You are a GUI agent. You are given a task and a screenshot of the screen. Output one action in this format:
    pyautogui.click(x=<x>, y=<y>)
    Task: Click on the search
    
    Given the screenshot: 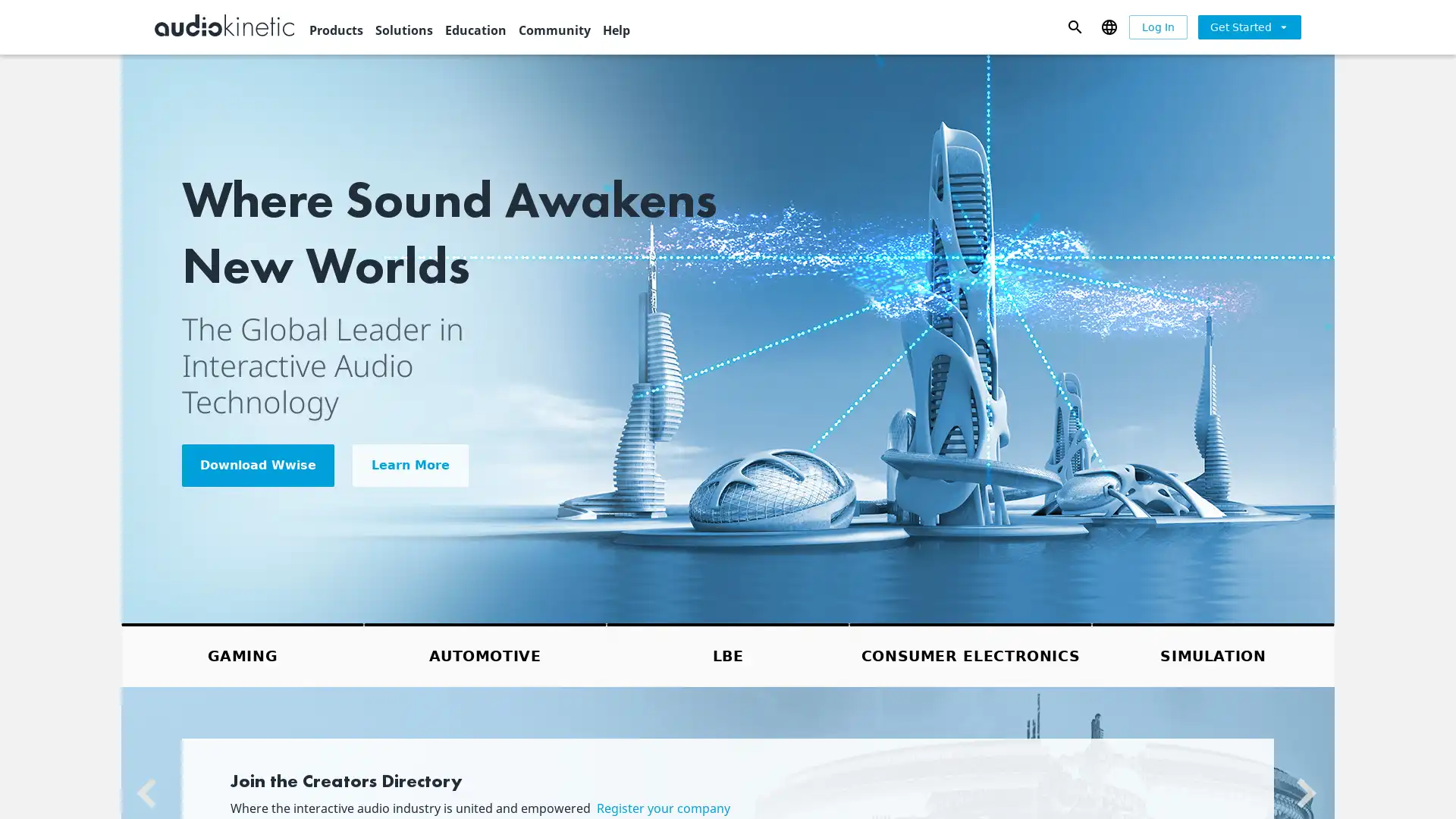 What is the action you would take?
    pyautogui.click(x=1074, y=26)
    